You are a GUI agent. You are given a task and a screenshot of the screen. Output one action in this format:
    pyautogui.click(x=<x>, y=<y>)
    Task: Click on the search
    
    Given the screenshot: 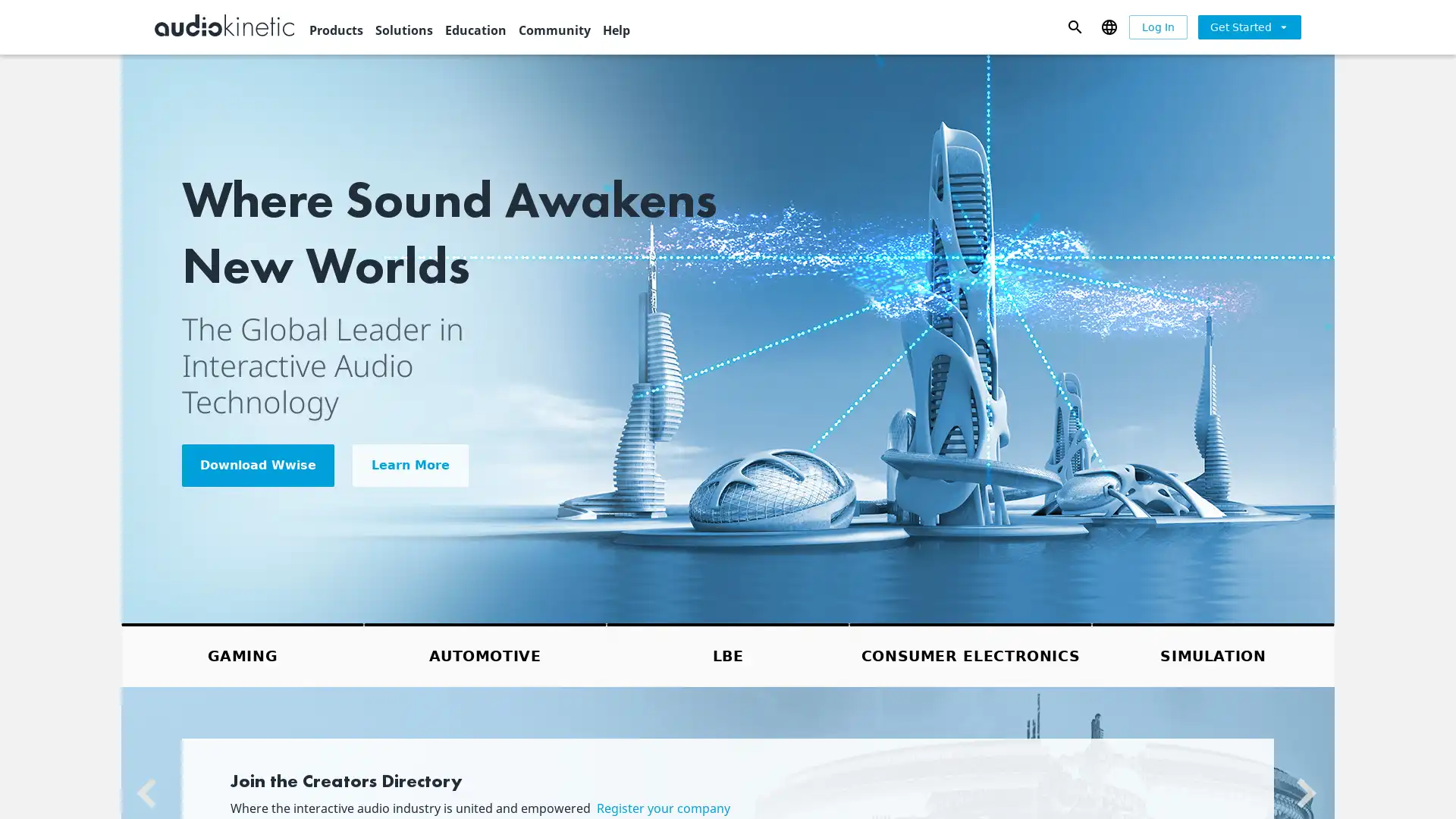 What is the action you would take?
    pyautogui.click(x=1074, y=26)
    